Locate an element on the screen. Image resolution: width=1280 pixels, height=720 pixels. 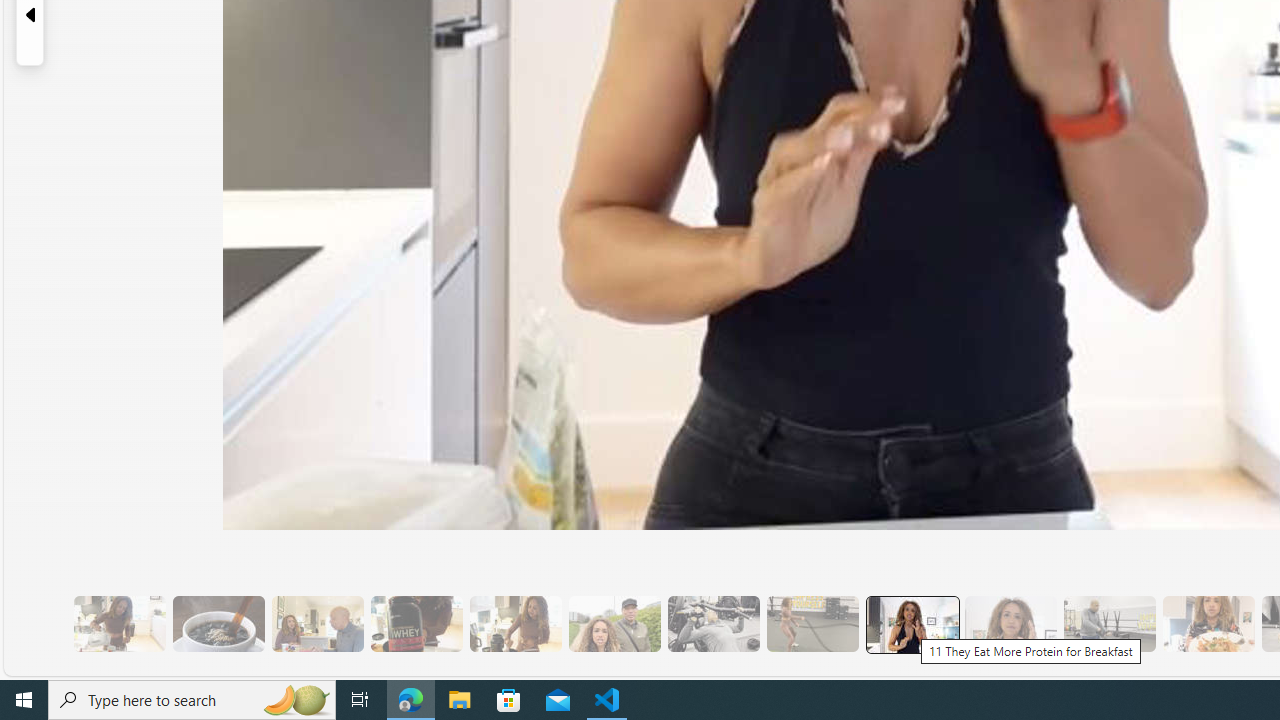
'9 They Do Bench Exercises' is located at coordinates (713, 623).